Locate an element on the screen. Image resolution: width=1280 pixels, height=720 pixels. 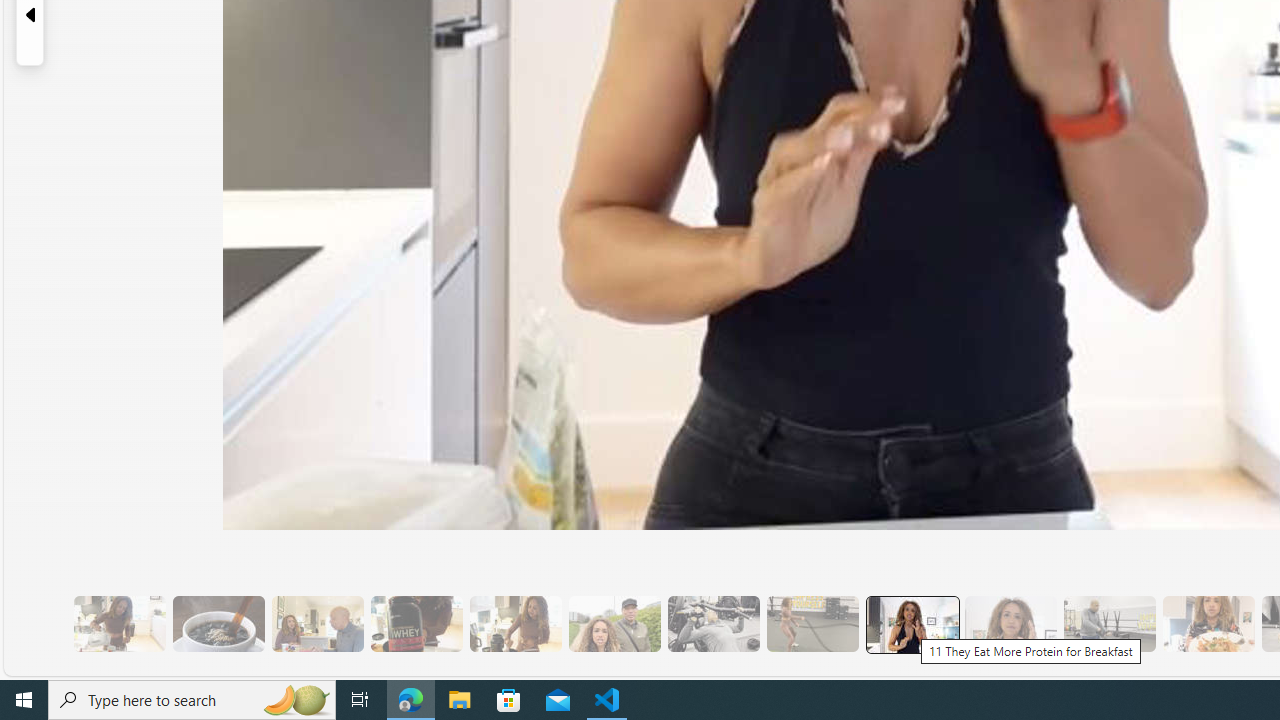
'9 They Do Bench Exercises' is located at coordinates (713, 623).